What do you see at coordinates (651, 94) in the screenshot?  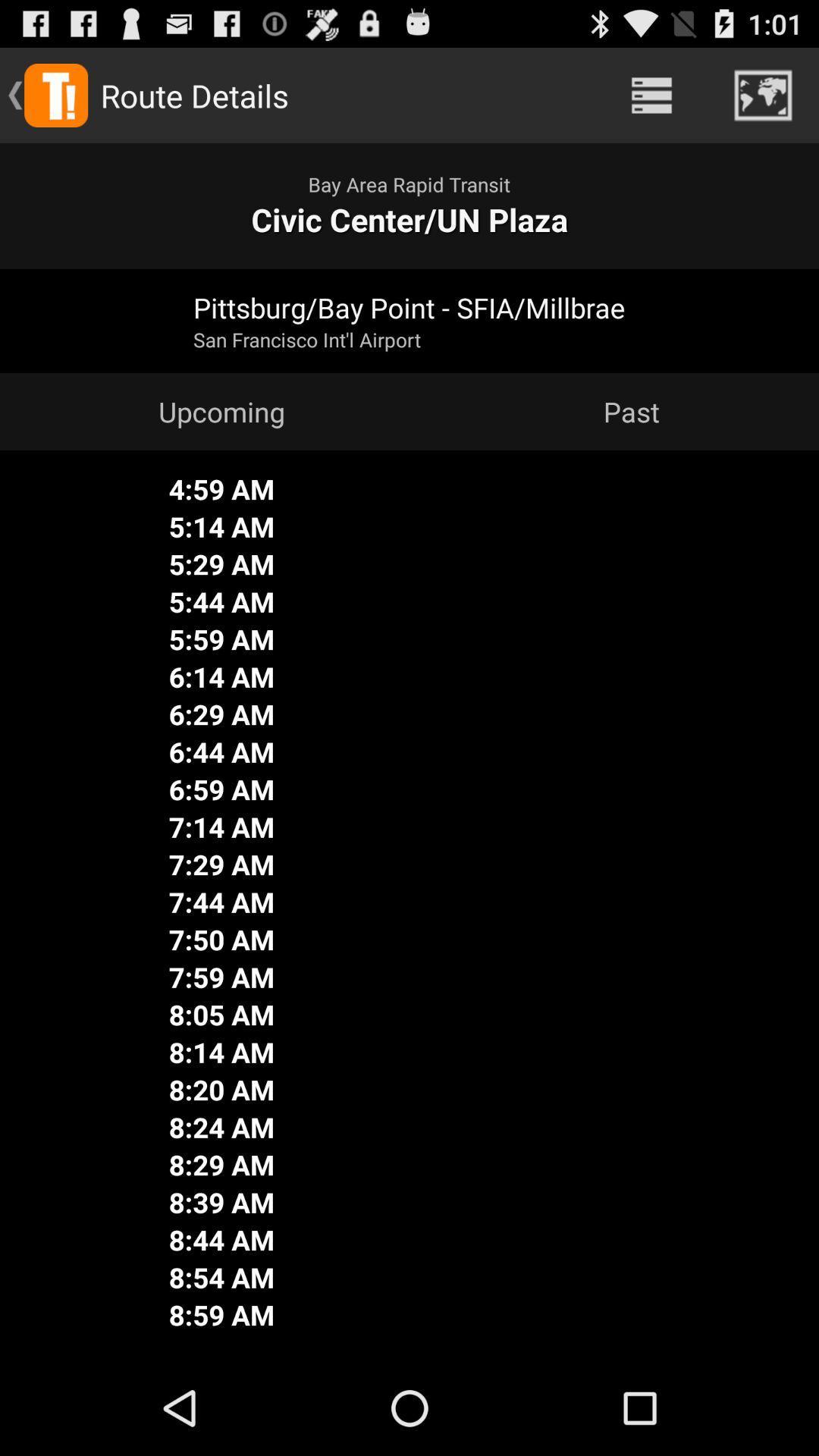 I see `the icon above the civic center un icon` at bounding box center [651, 94].